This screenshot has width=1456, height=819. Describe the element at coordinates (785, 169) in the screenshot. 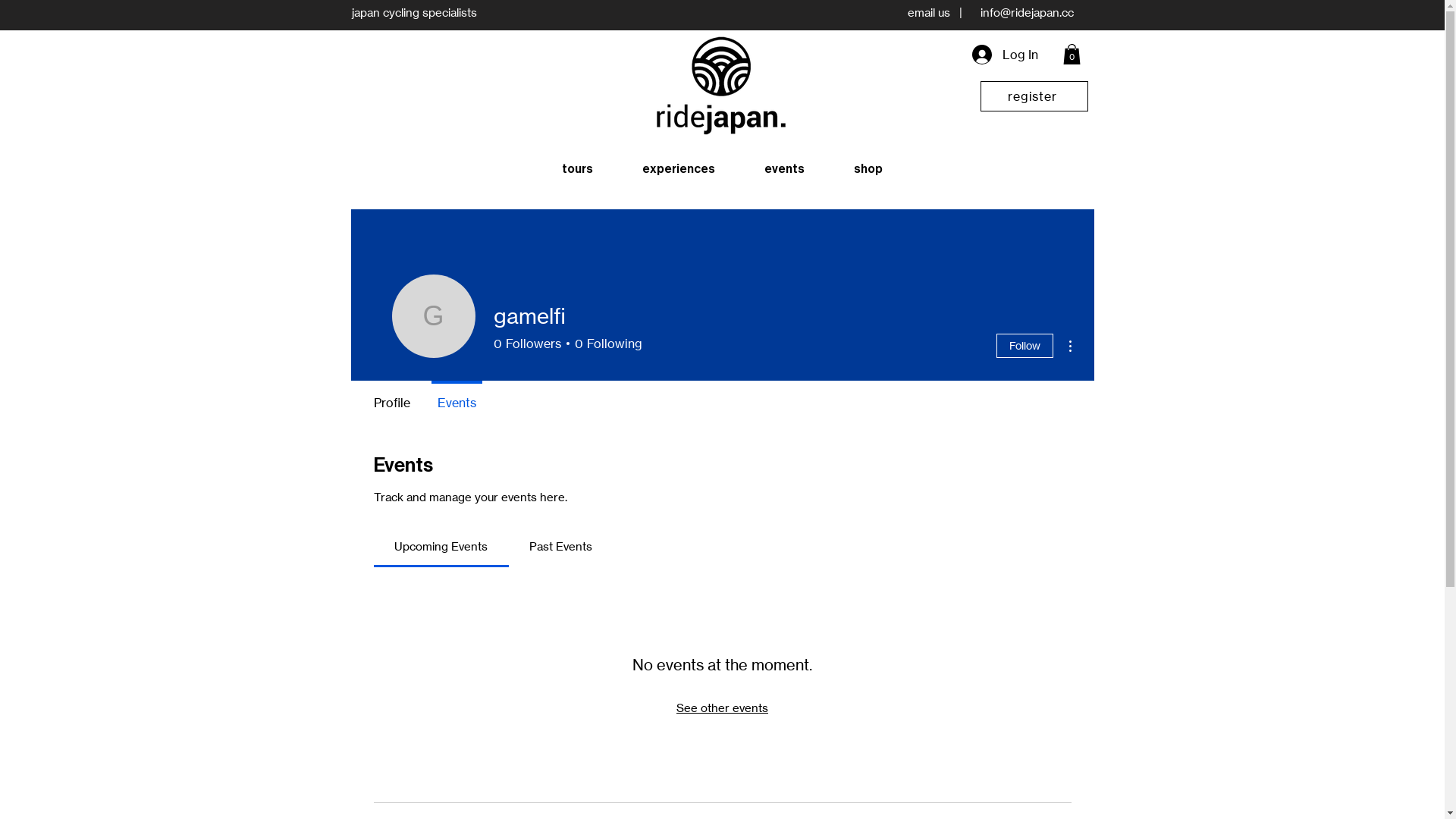

I see `'events'` at that location.